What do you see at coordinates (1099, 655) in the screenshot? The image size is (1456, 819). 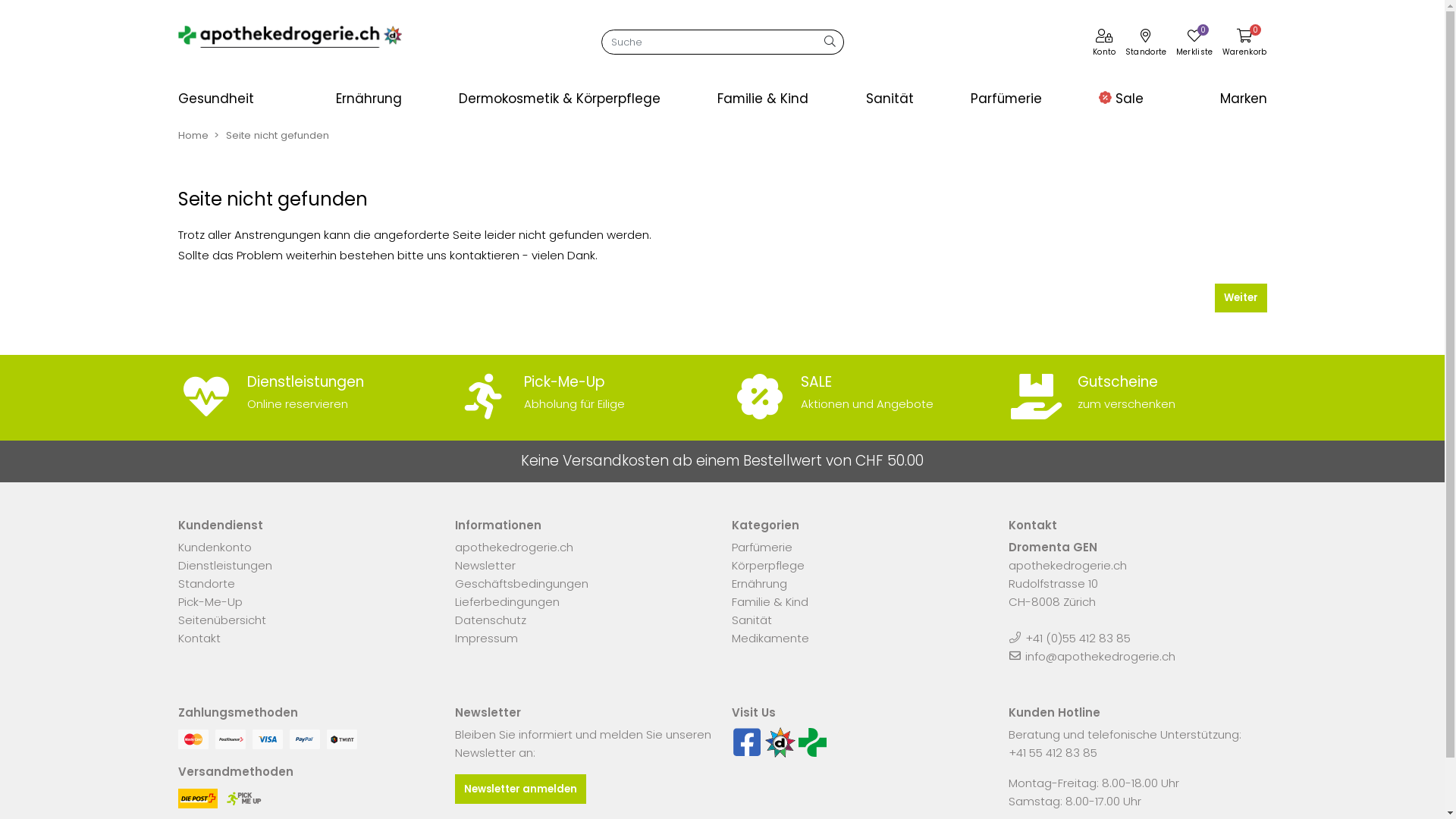 I see `'info@apothekedrogerie.ch'` at bounding box center [1099, 655].